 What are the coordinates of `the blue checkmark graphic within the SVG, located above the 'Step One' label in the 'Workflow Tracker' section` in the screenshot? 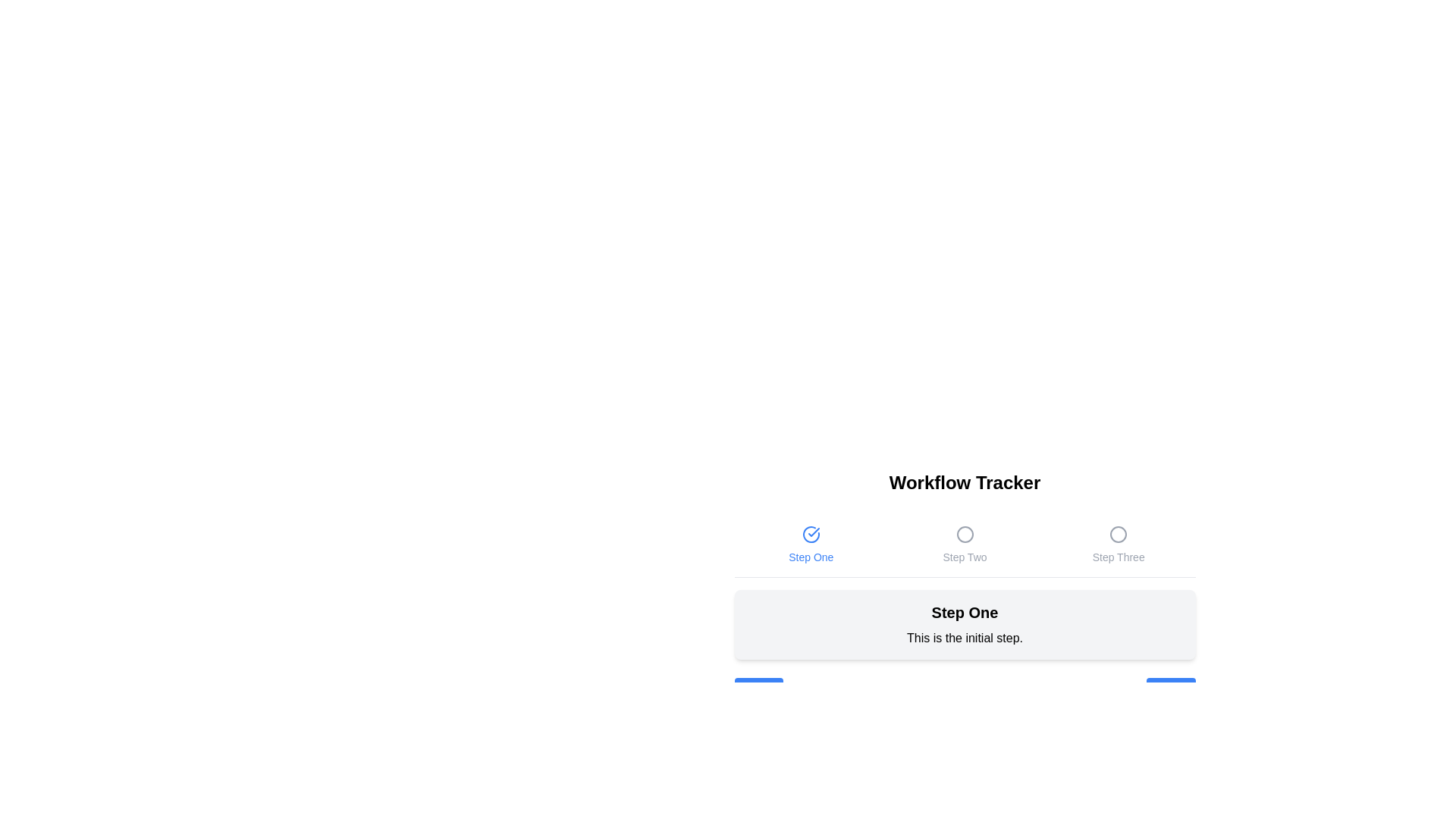 It's located at (813, 532).